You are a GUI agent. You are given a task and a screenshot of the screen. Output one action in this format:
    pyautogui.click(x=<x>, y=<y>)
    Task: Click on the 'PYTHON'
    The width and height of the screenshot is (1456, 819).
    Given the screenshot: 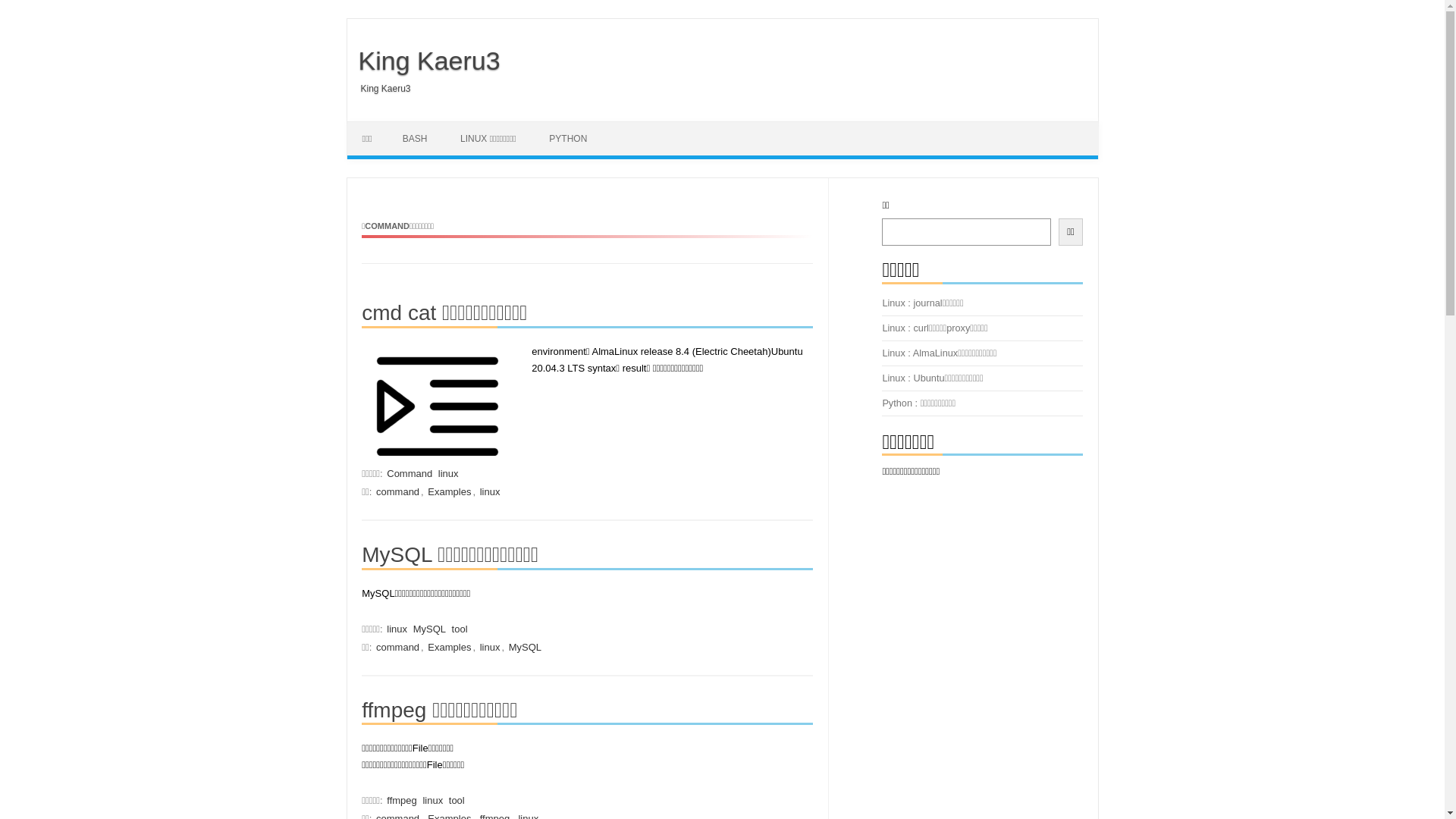 What is the action you would take?
    pyautogui.click(x=566, y=138)
    